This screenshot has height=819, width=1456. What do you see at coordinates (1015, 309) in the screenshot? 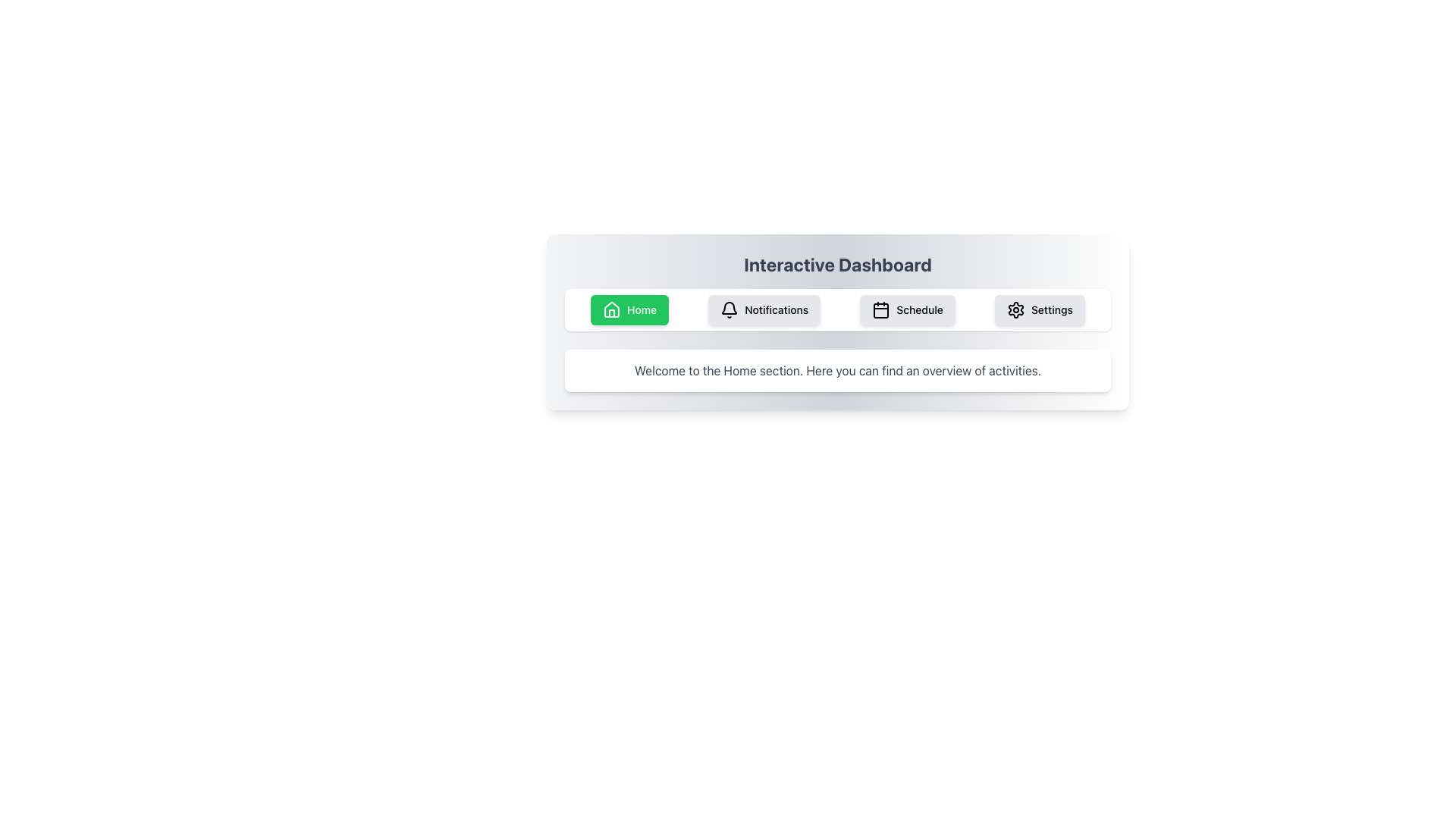
I see `the settings icon located in the fourth button from the left in the horizontal navigation bar` at bounding box center [1015, 309].